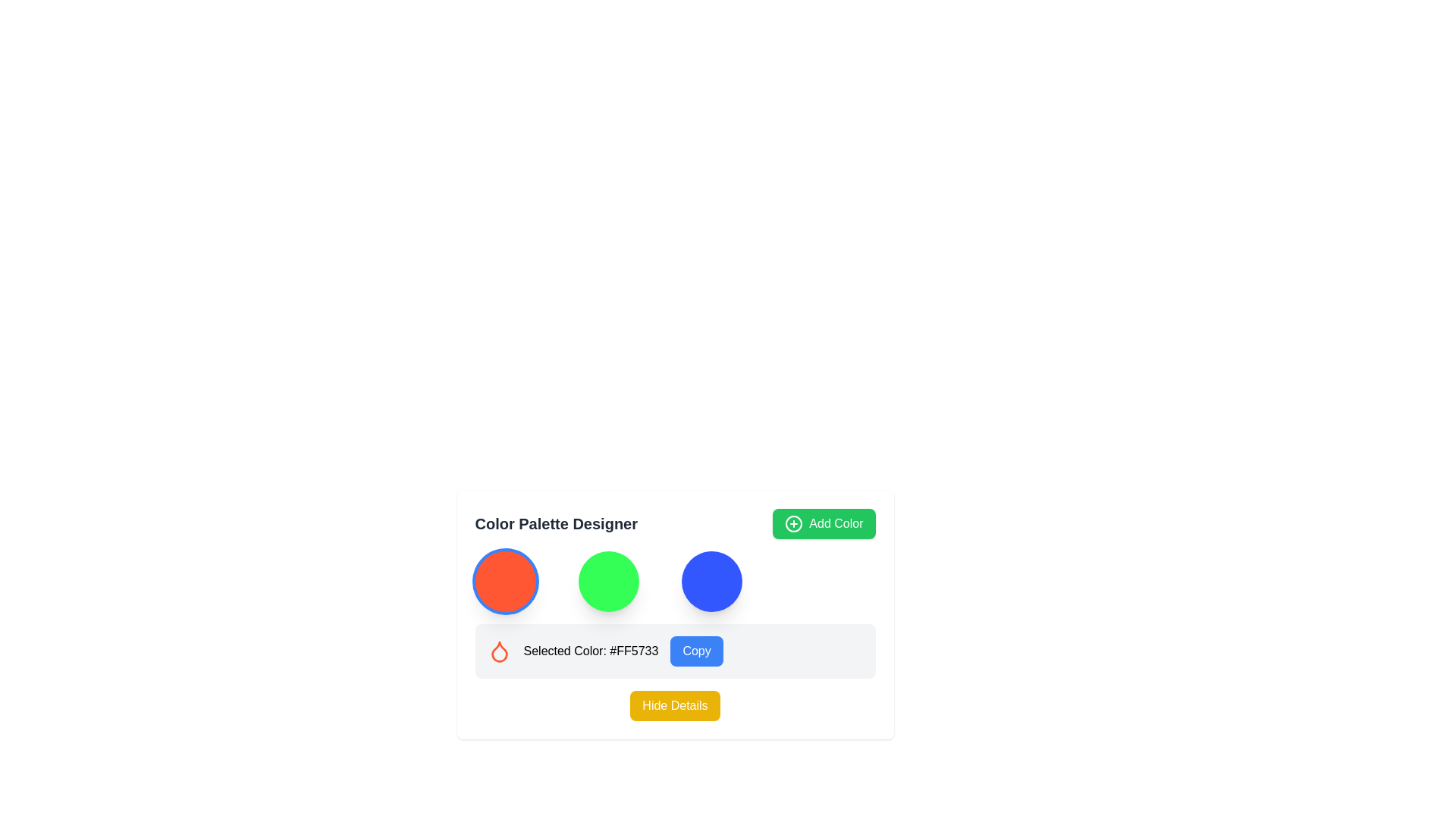 Image resolution: width=1456 pixels, height=819 pixels. What do you see at coordinates (505, 581) in the screenshot?
I see `the first circular button in the color selection grid at the bottom center of the page` at bounding box center [505, 581].